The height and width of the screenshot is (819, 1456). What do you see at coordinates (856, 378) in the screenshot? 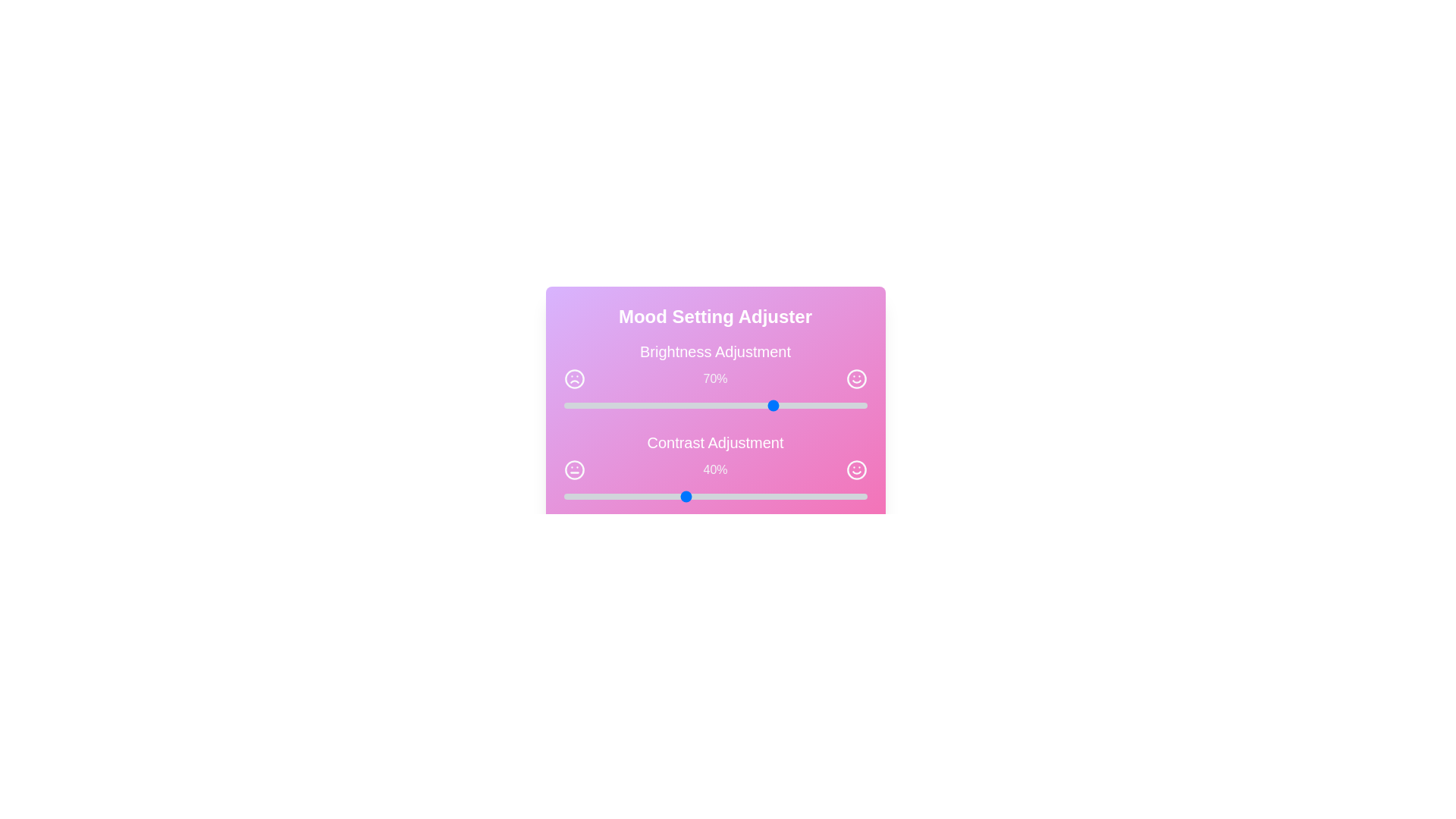
I see `the smile icon adjacent to the brightness slider` at bounding box center [856, 378].